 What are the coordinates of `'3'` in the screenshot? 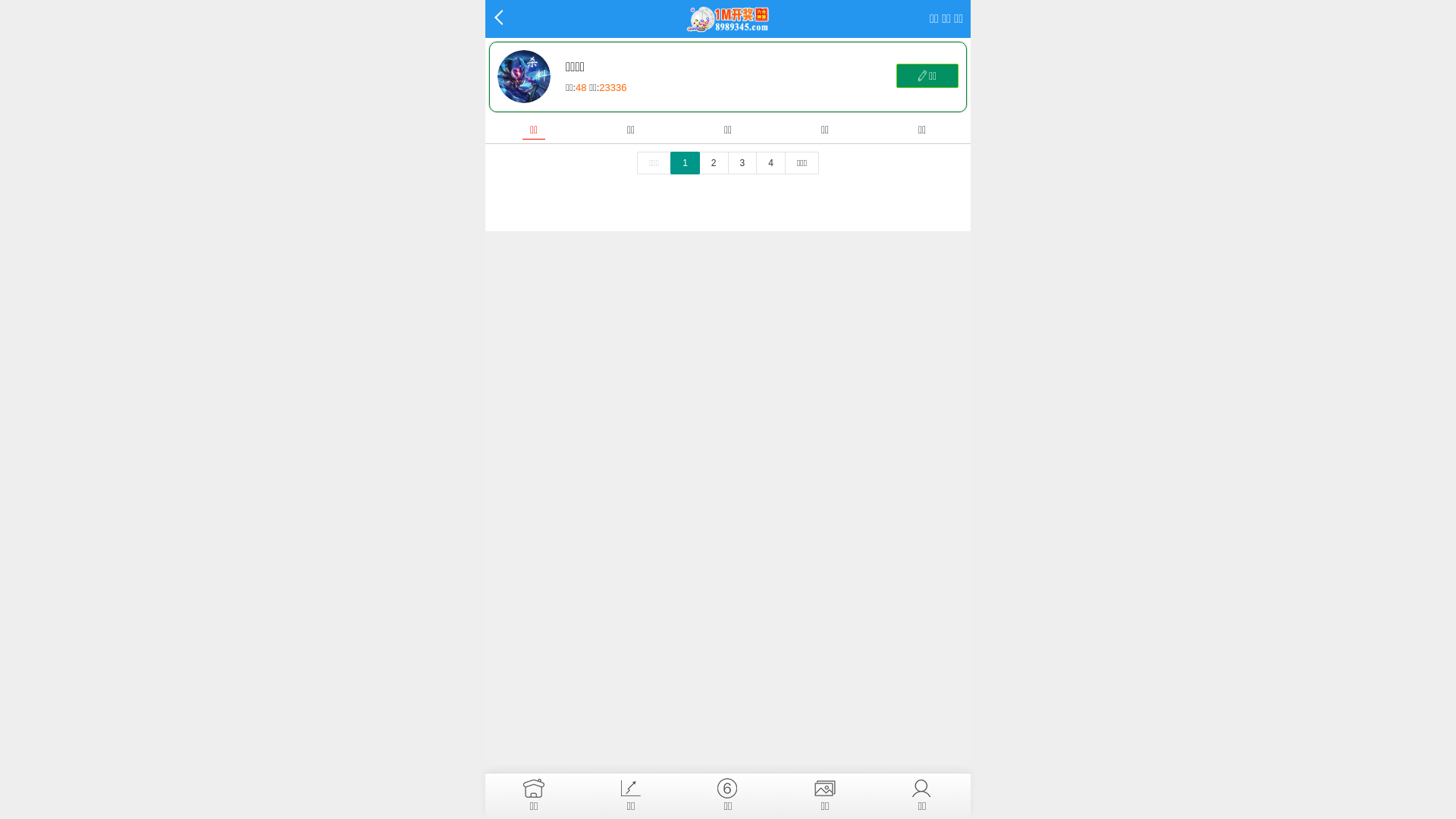 It's located at (728, 163).